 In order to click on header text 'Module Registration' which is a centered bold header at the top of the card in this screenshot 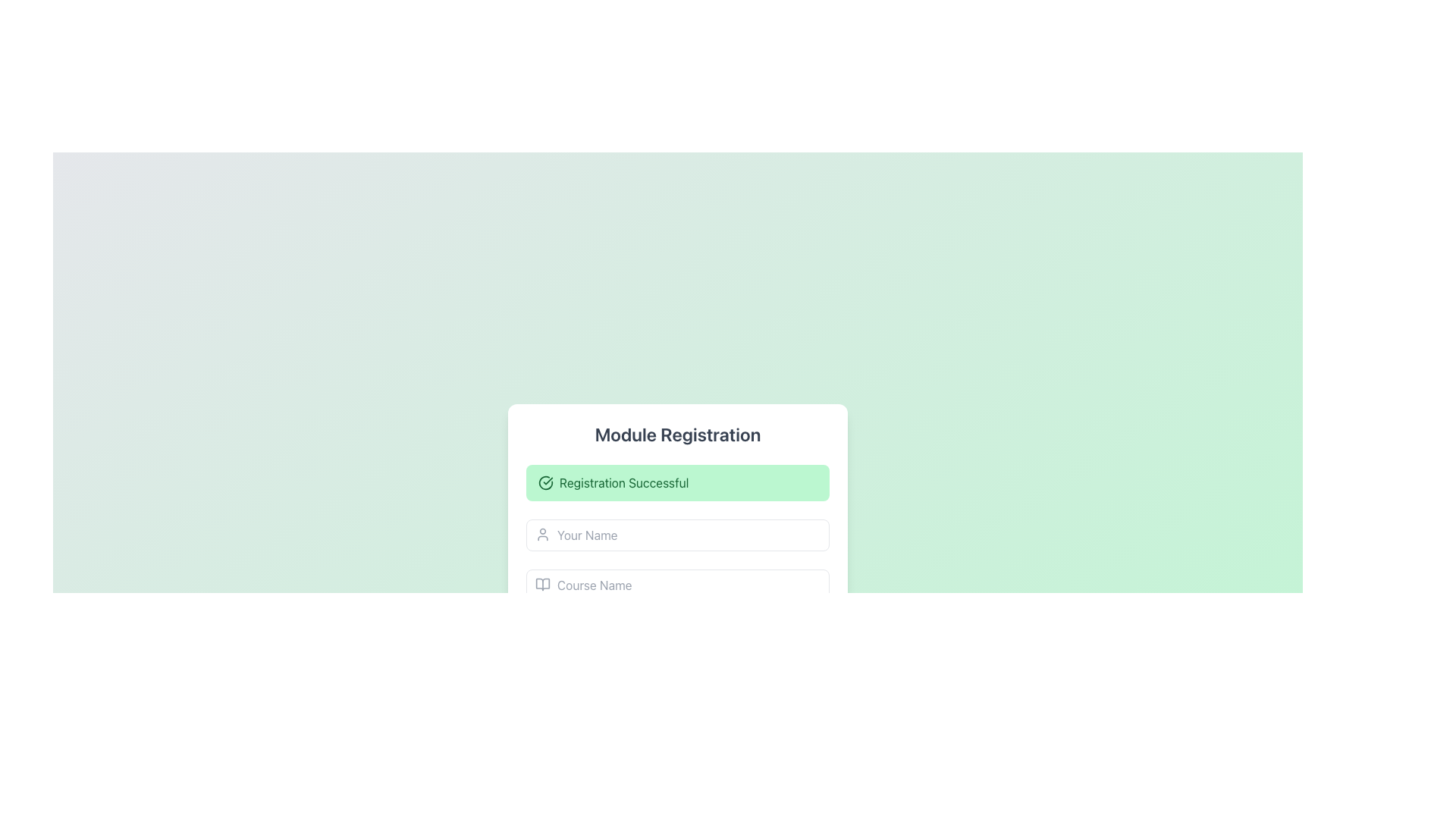, I will do `click(676, 435)`.